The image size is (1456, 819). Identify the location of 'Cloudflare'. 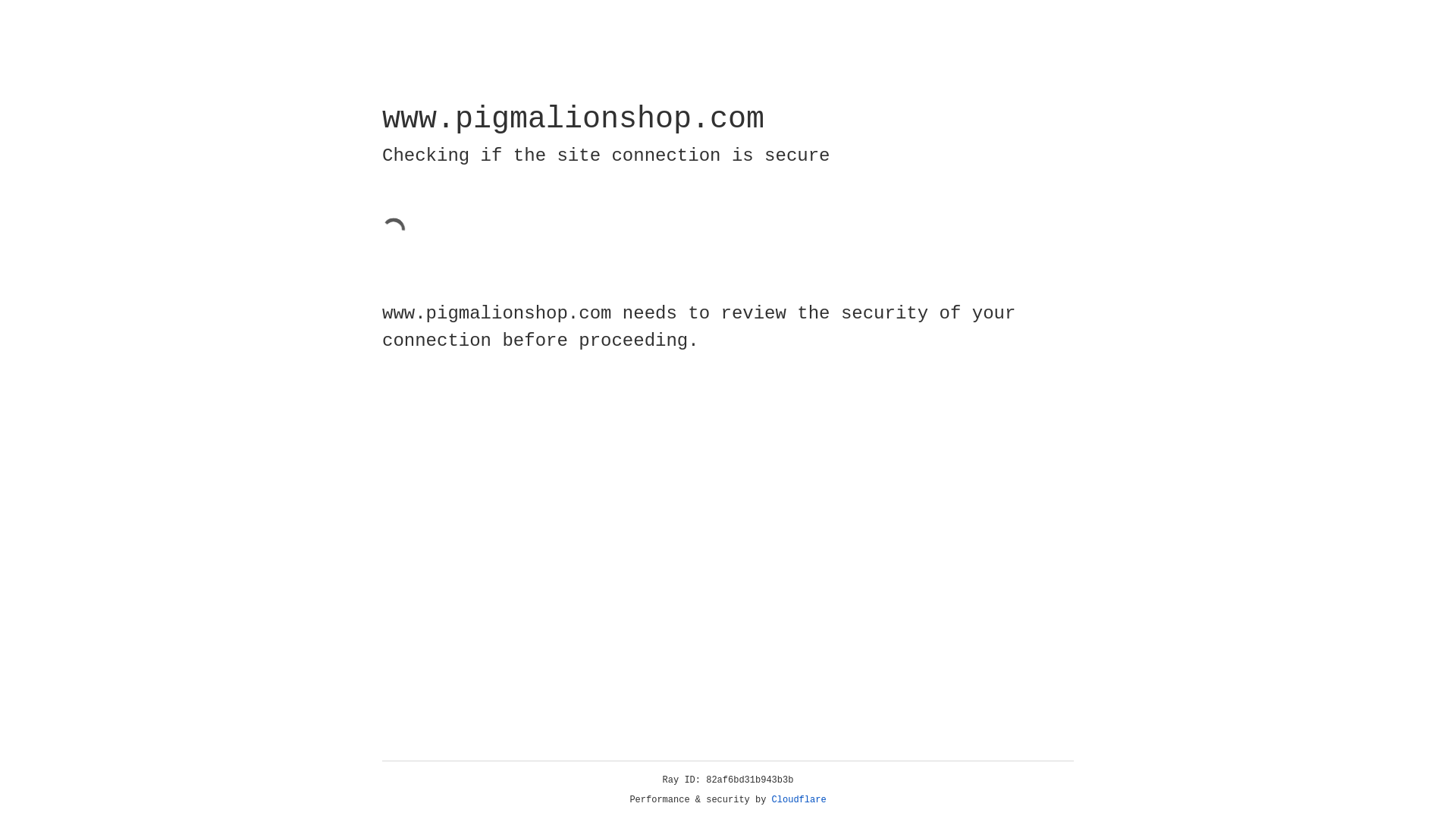
(799, 799).